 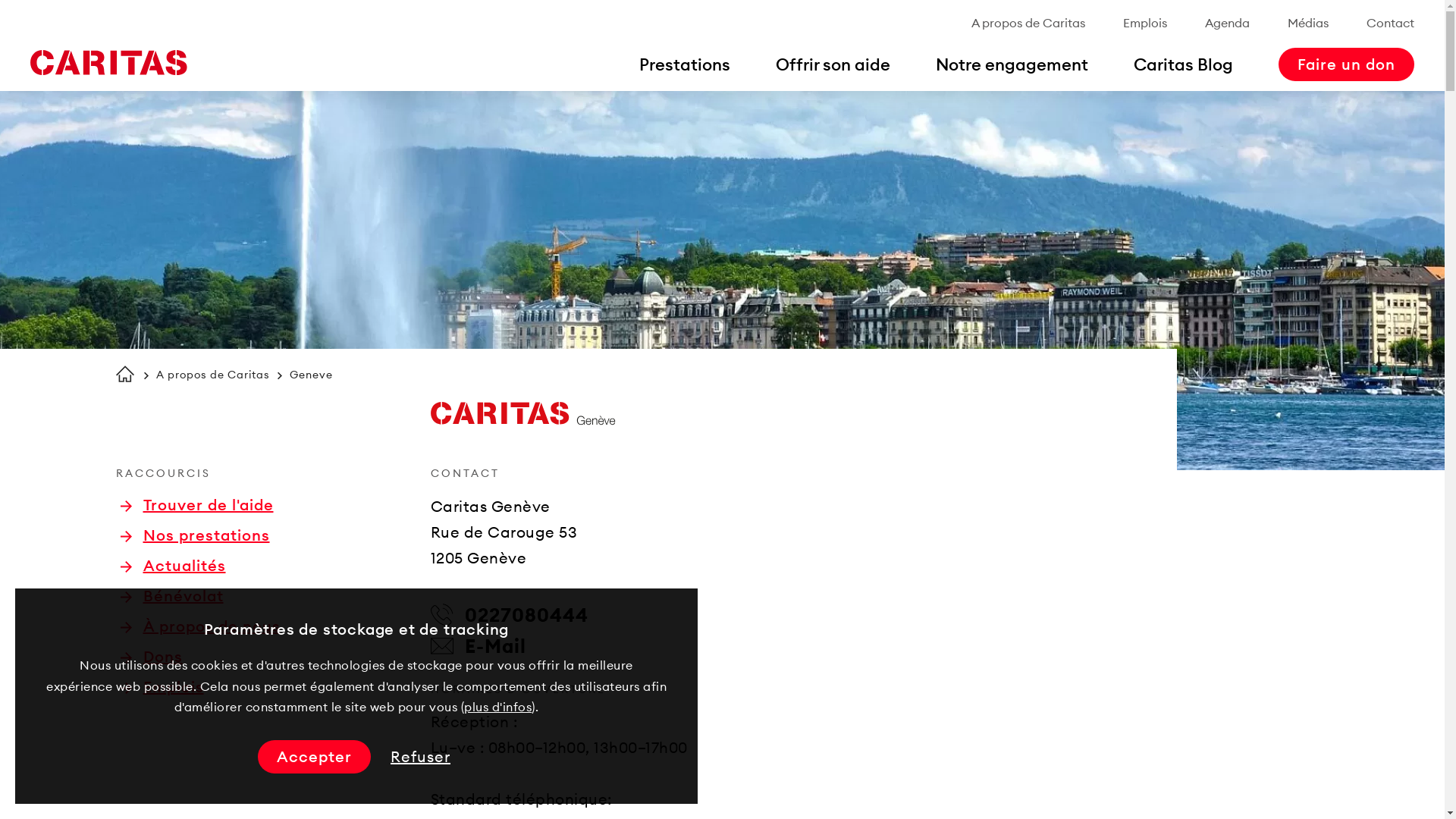 I want to click on 'Open sub menu', so click(x=18, y=18).